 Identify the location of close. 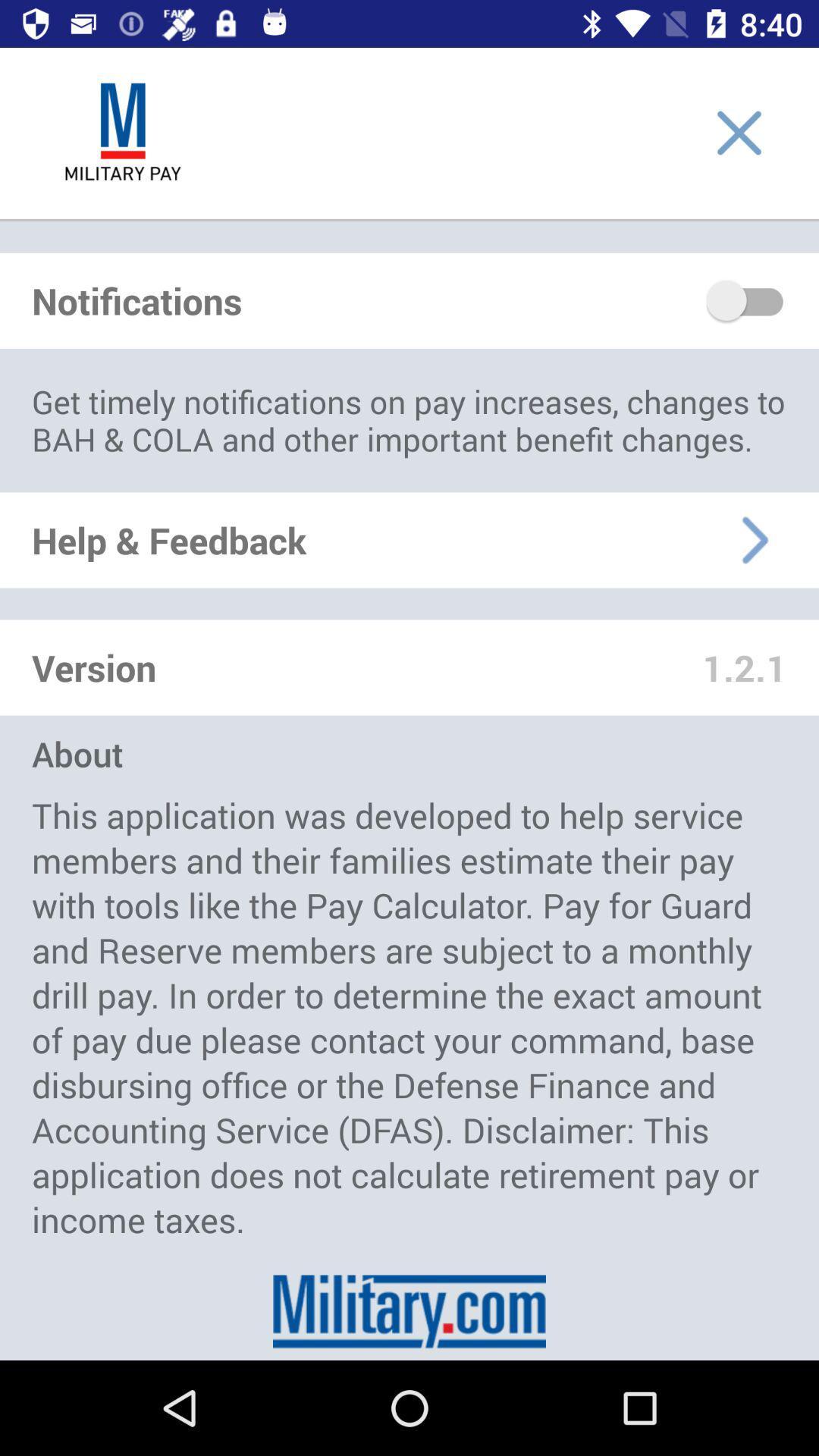
(739, 133).